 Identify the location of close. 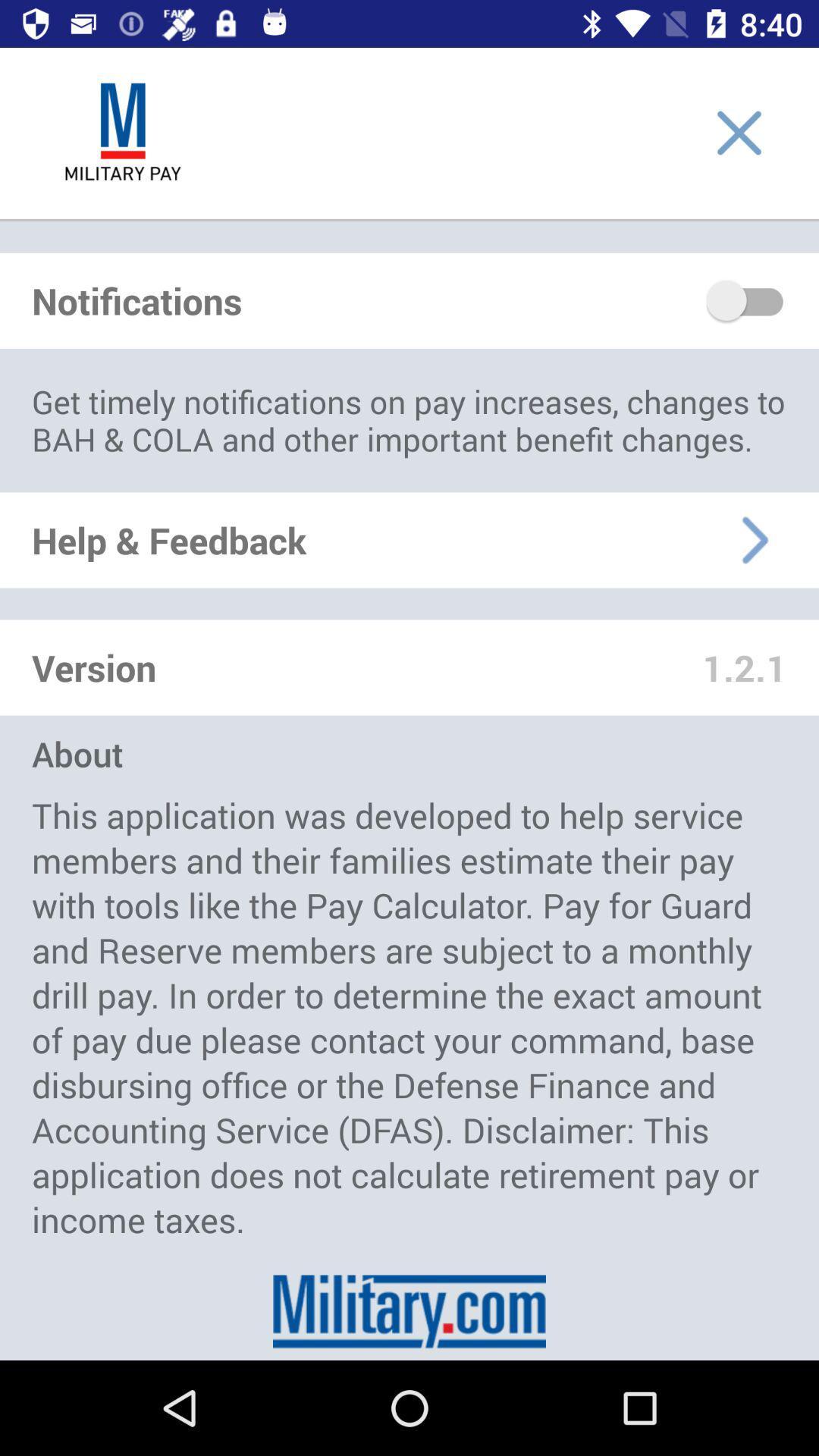
(739, 133).